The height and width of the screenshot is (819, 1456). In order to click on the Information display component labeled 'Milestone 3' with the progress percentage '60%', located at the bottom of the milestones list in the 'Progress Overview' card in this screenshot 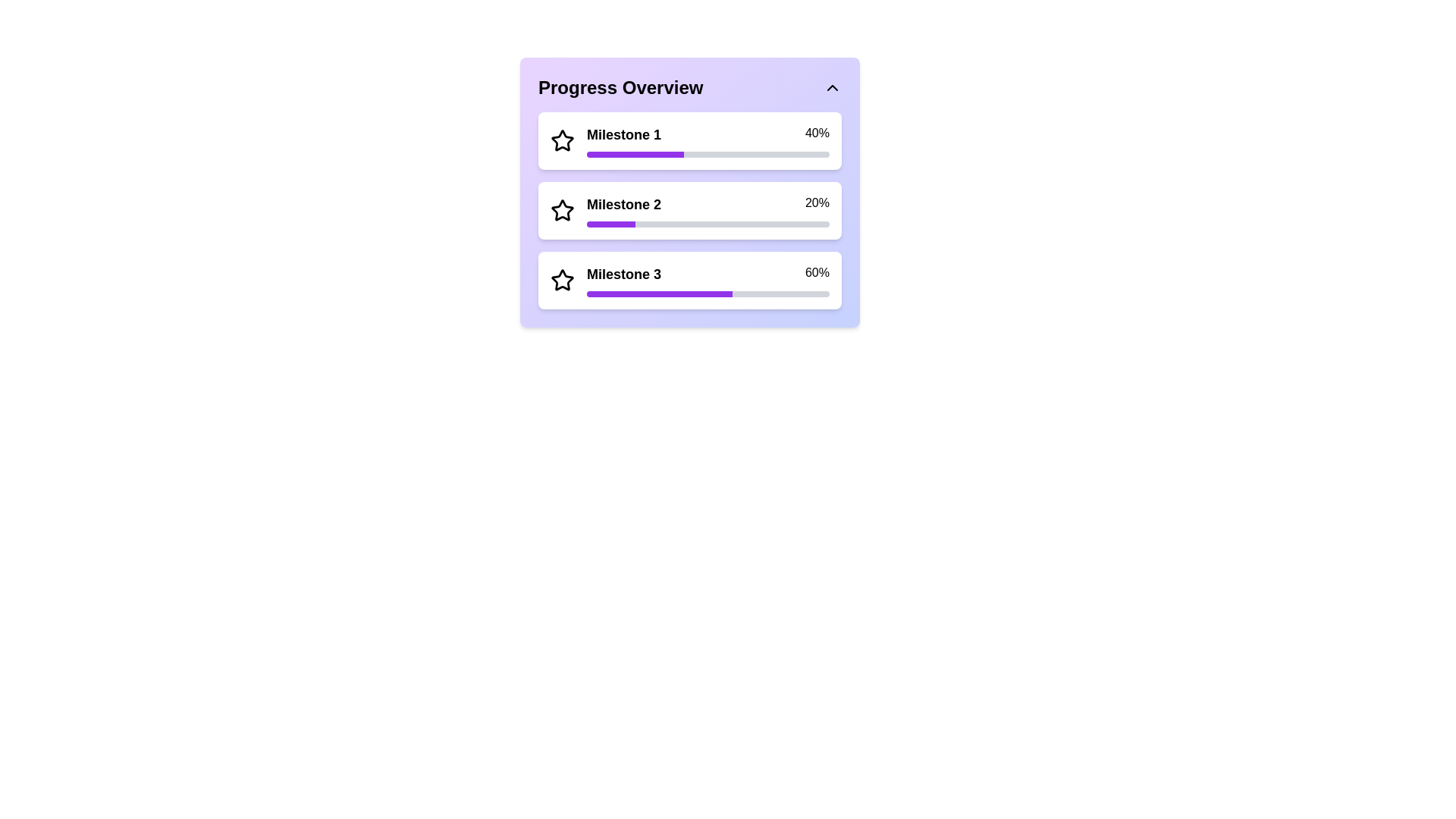, I will do `click(708, 275)`.